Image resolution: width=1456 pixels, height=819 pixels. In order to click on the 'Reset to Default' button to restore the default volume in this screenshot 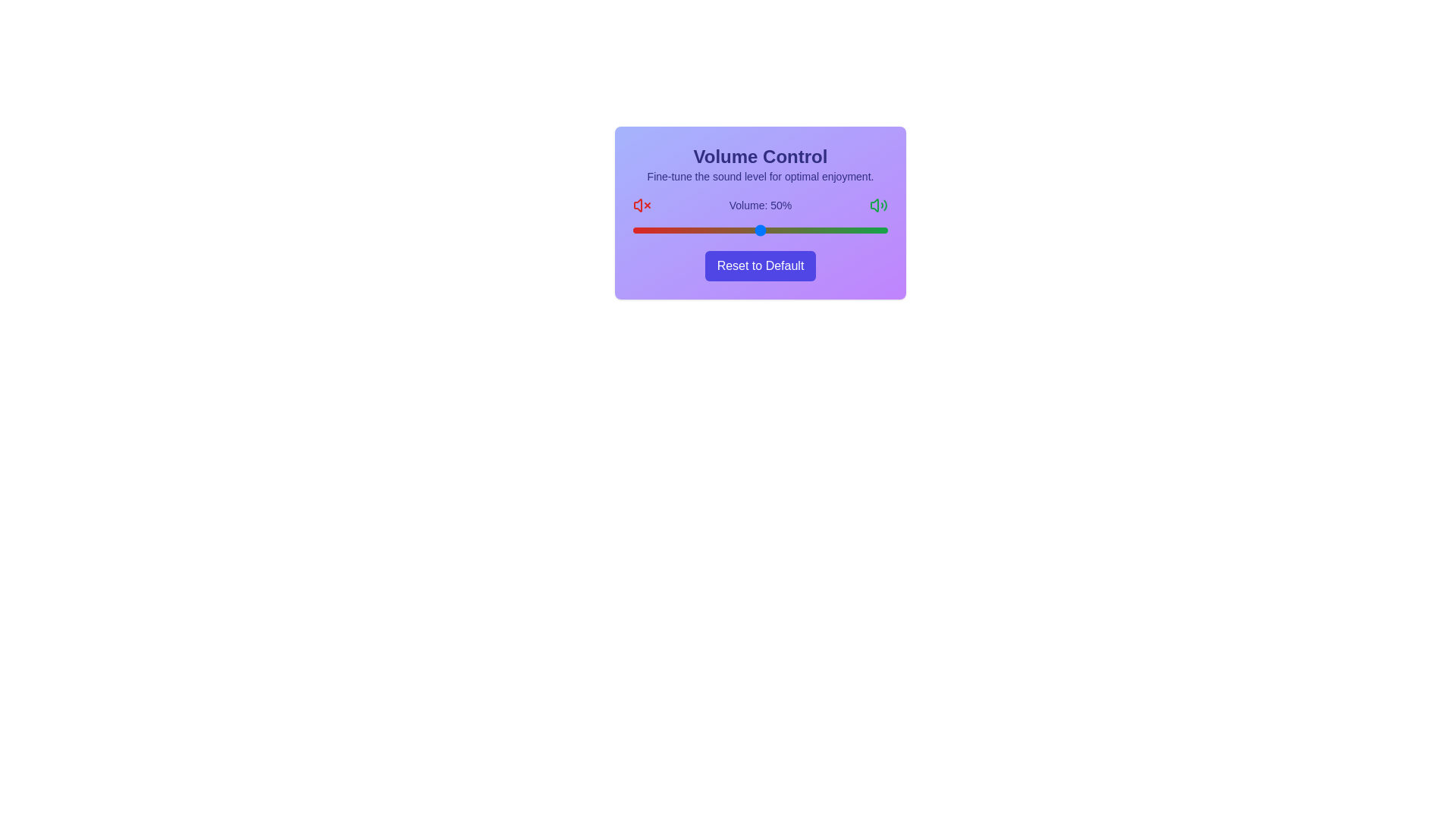, I will do `click(761, 265)`.